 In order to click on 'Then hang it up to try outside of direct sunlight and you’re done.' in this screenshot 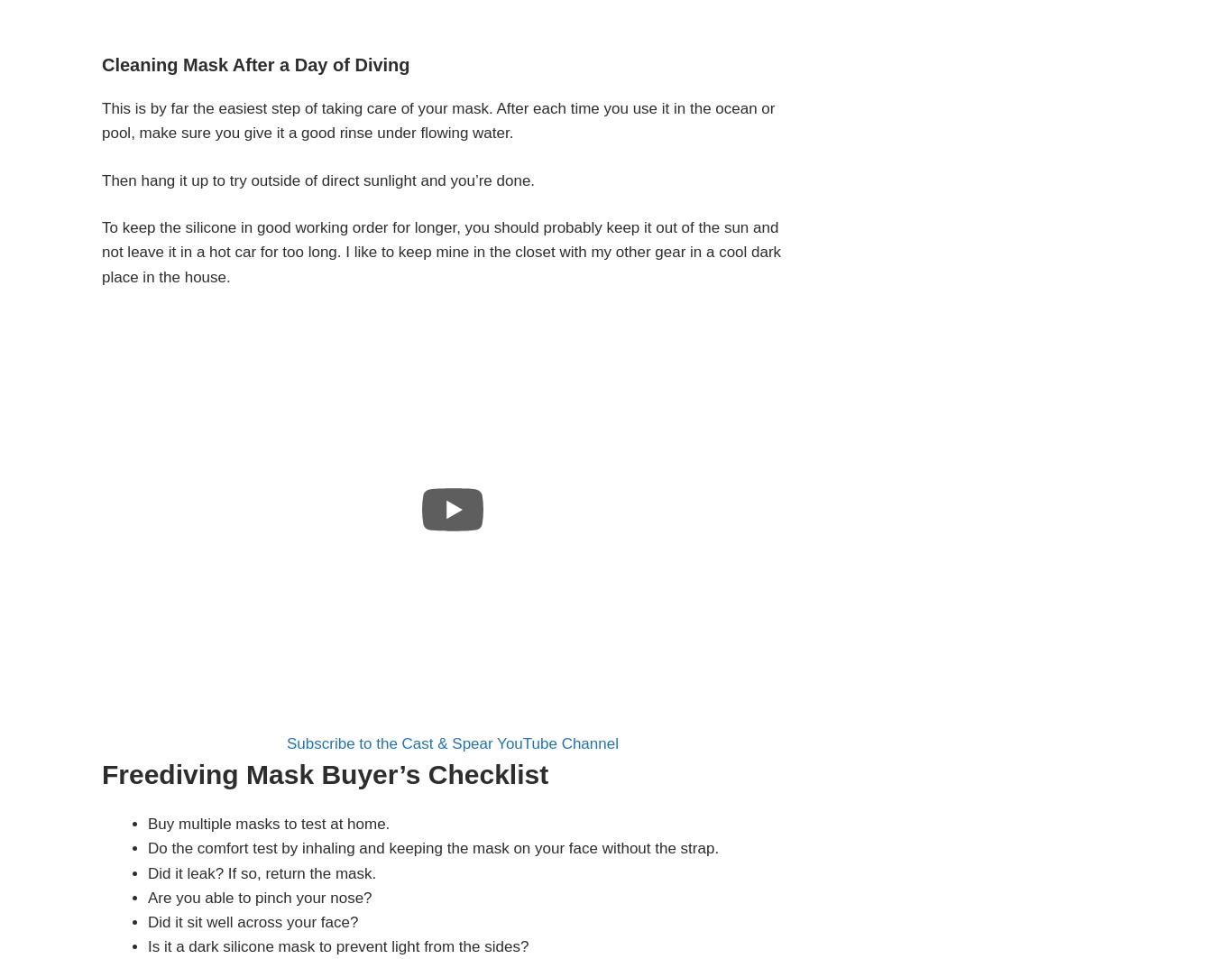, I will do `click(317, 180)`.